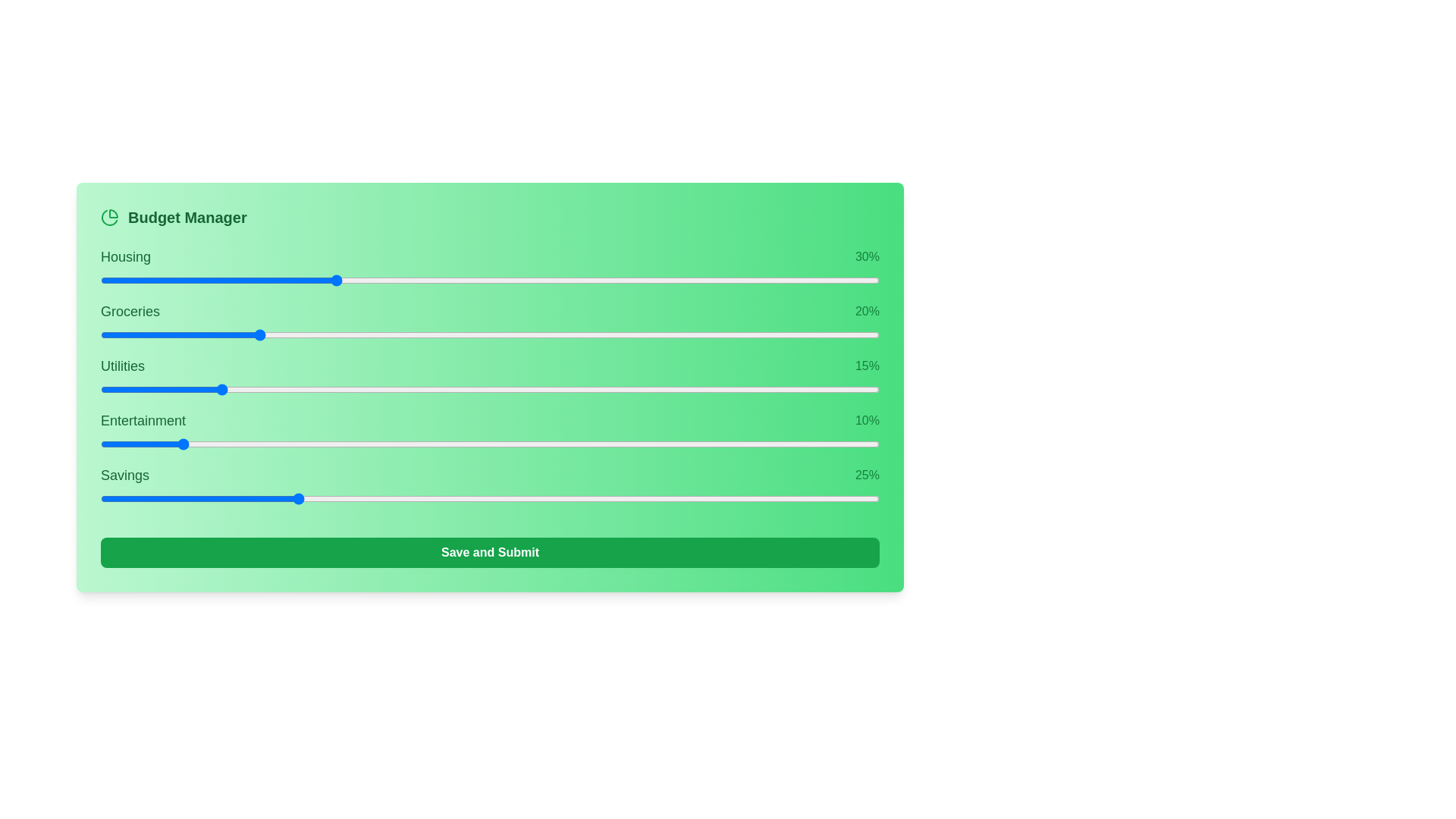  What do you see at coordinates (695, 388) in the screenshot?
I see `the slider for 2 to 53% allocation` at bounding box center [695, 388].